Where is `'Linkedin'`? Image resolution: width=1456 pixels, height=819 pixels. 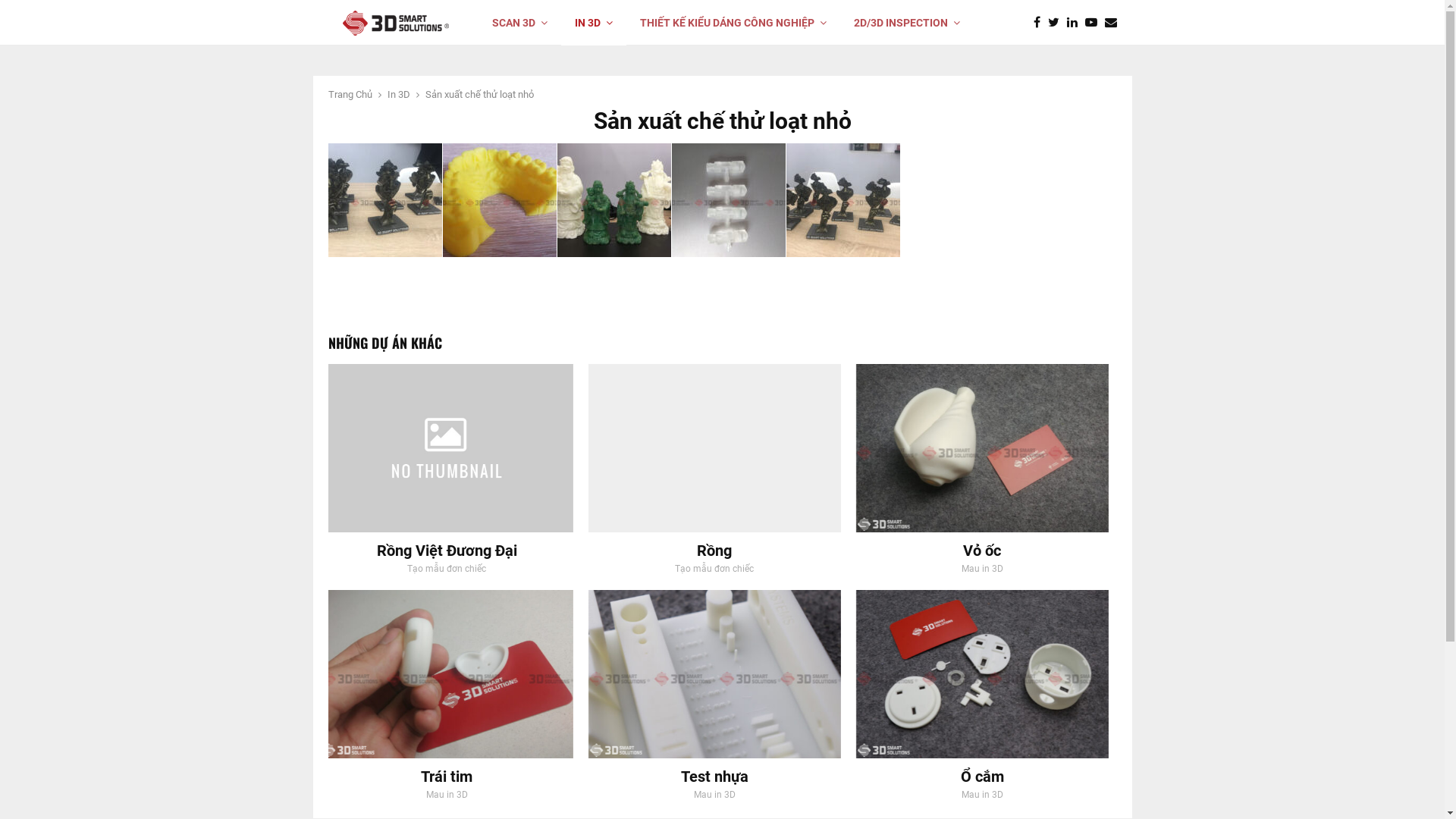
'Linkedin' is located at coordinates (1074, 23).